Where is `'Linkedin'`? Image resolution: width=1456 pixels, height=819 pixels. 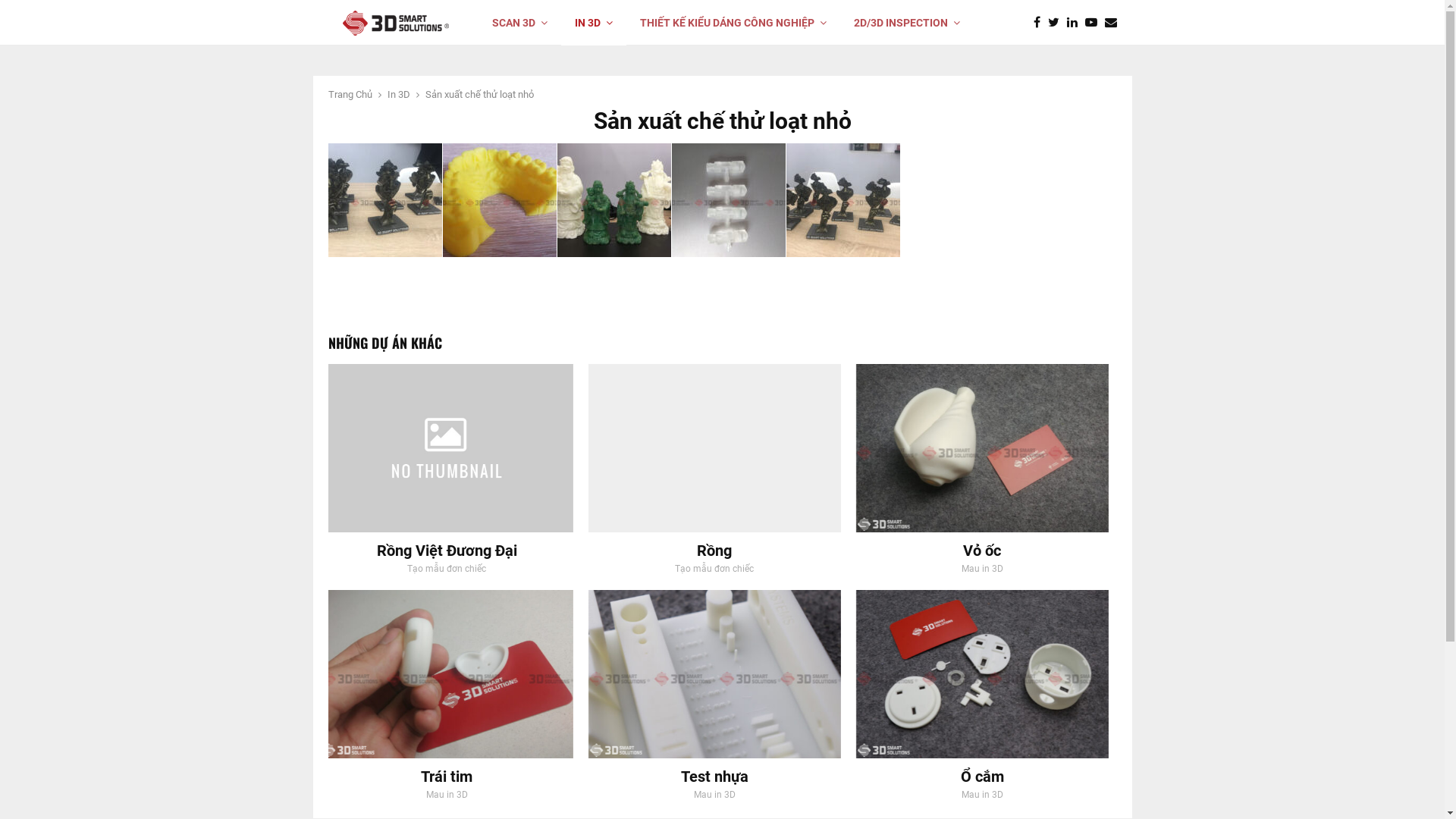
'Linkedin' is located at coordinates (1074, 23).